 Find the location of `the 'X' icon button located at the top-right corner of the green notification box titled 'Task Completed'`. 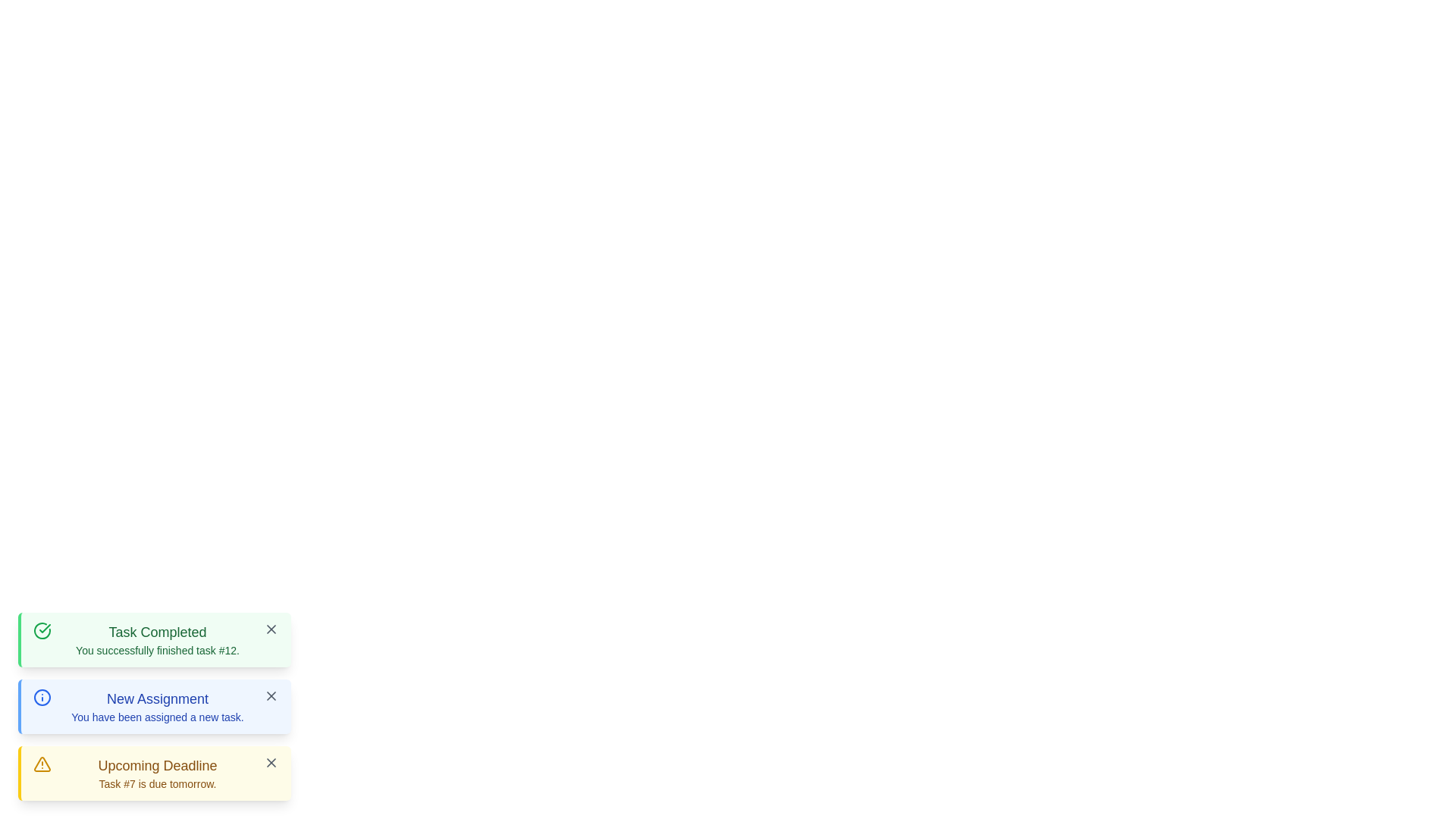

the 'X' icon button located at the top-right corner of the green notification box titled 'Task Completed' is located at coordinates (271, 629).